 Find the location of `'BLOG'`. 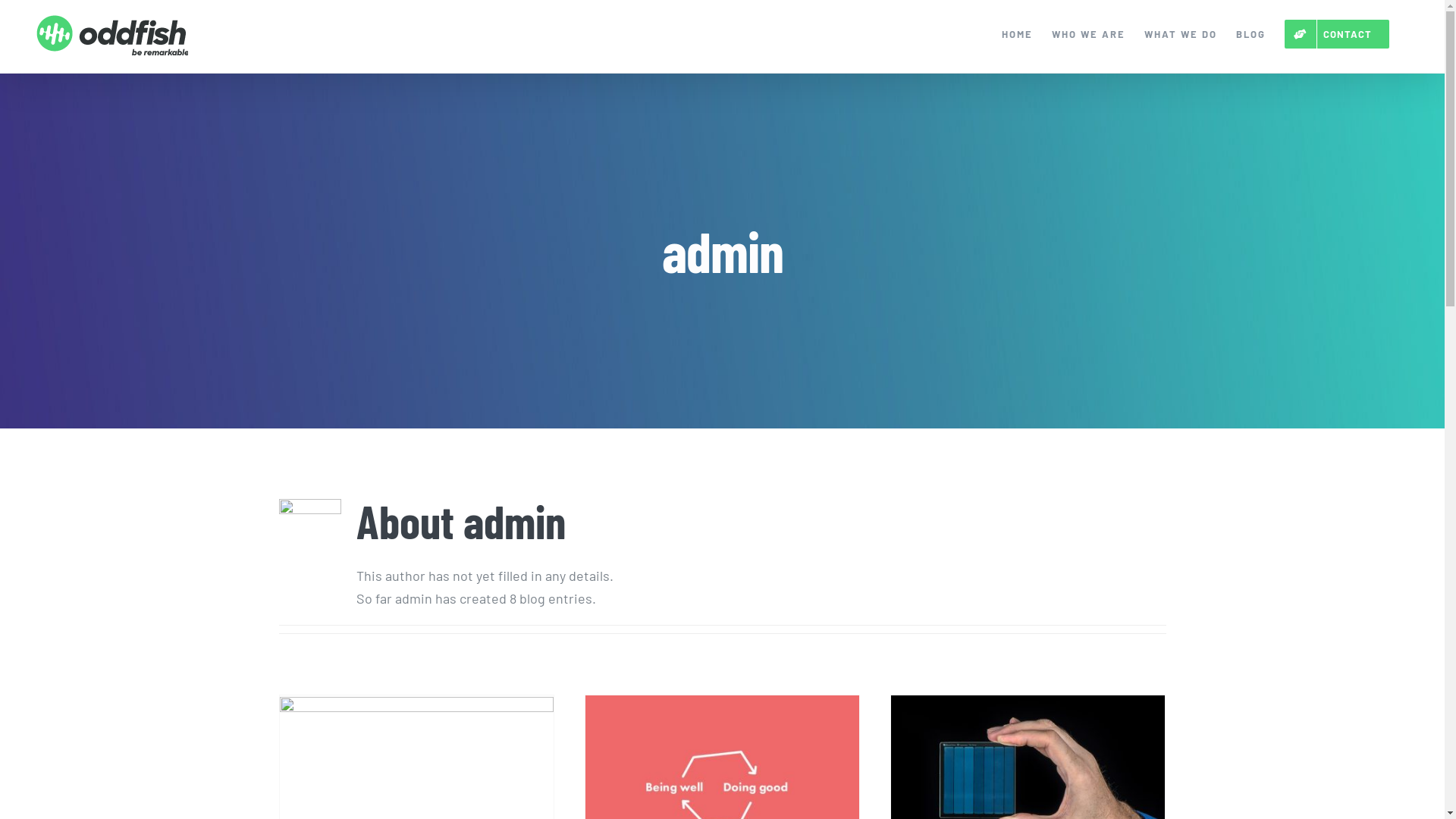

'BLOG' is located at coordinates (1236, 34).